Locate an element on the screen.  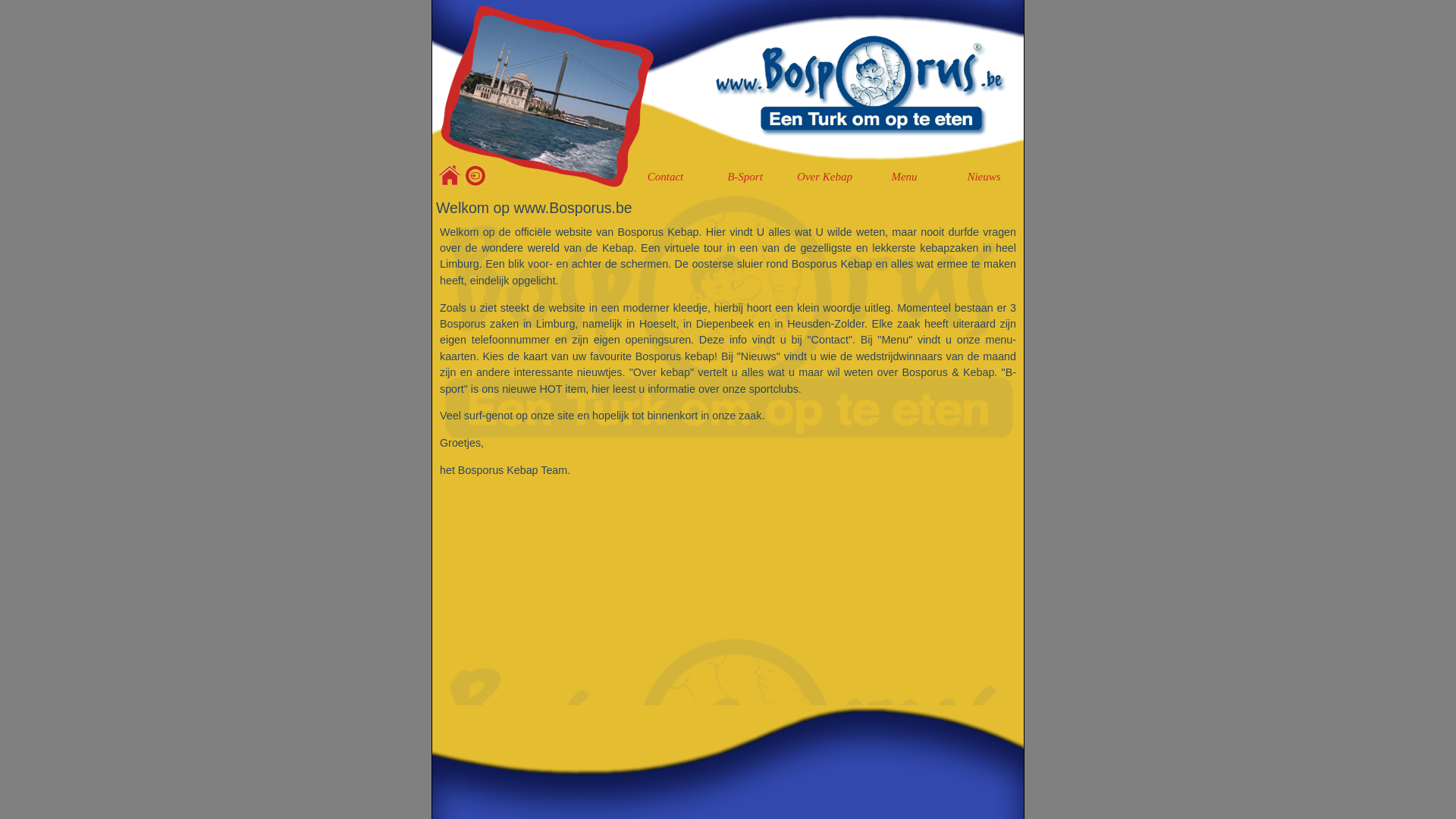
'Over Kebap' is located at coordinates (824, 177).